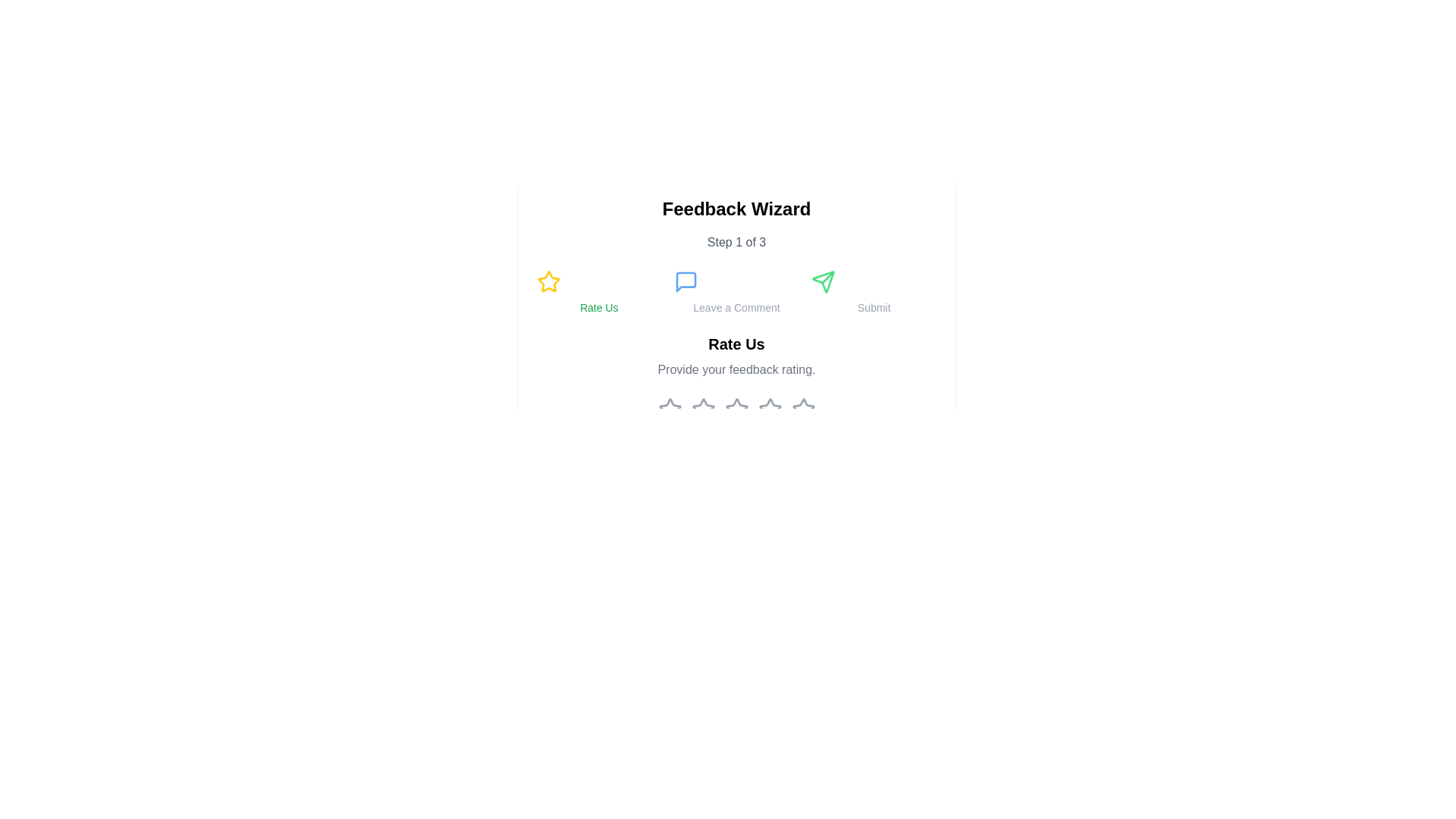 The image size is (1456, 819). I want to click on bold text label that says 'Feedback Wizard', prominently displayed at the top of the layout, so click(736, 209).